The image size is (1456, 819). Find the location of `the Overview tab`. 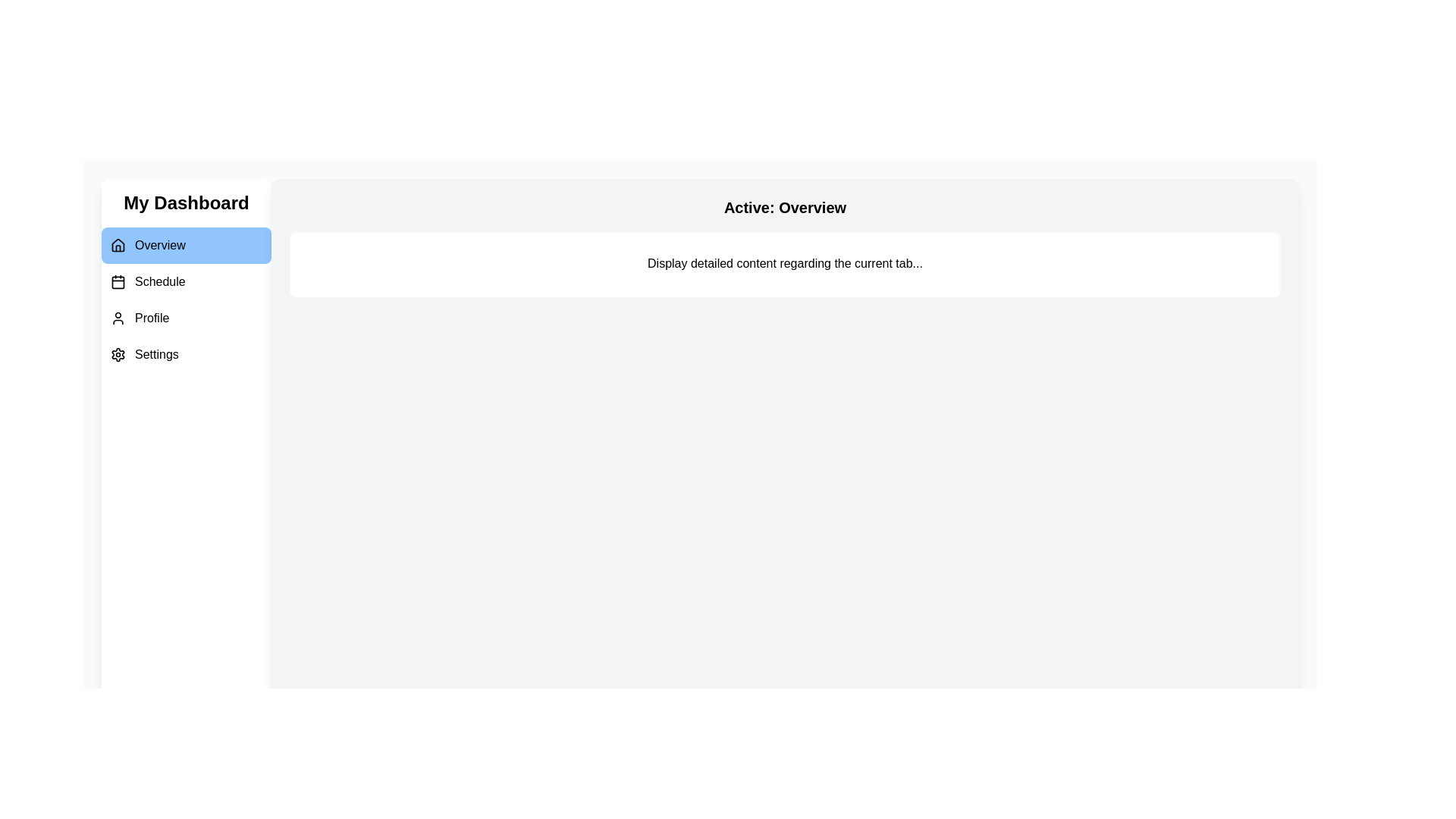

the Overview tab is located at coordinates (185, 245).